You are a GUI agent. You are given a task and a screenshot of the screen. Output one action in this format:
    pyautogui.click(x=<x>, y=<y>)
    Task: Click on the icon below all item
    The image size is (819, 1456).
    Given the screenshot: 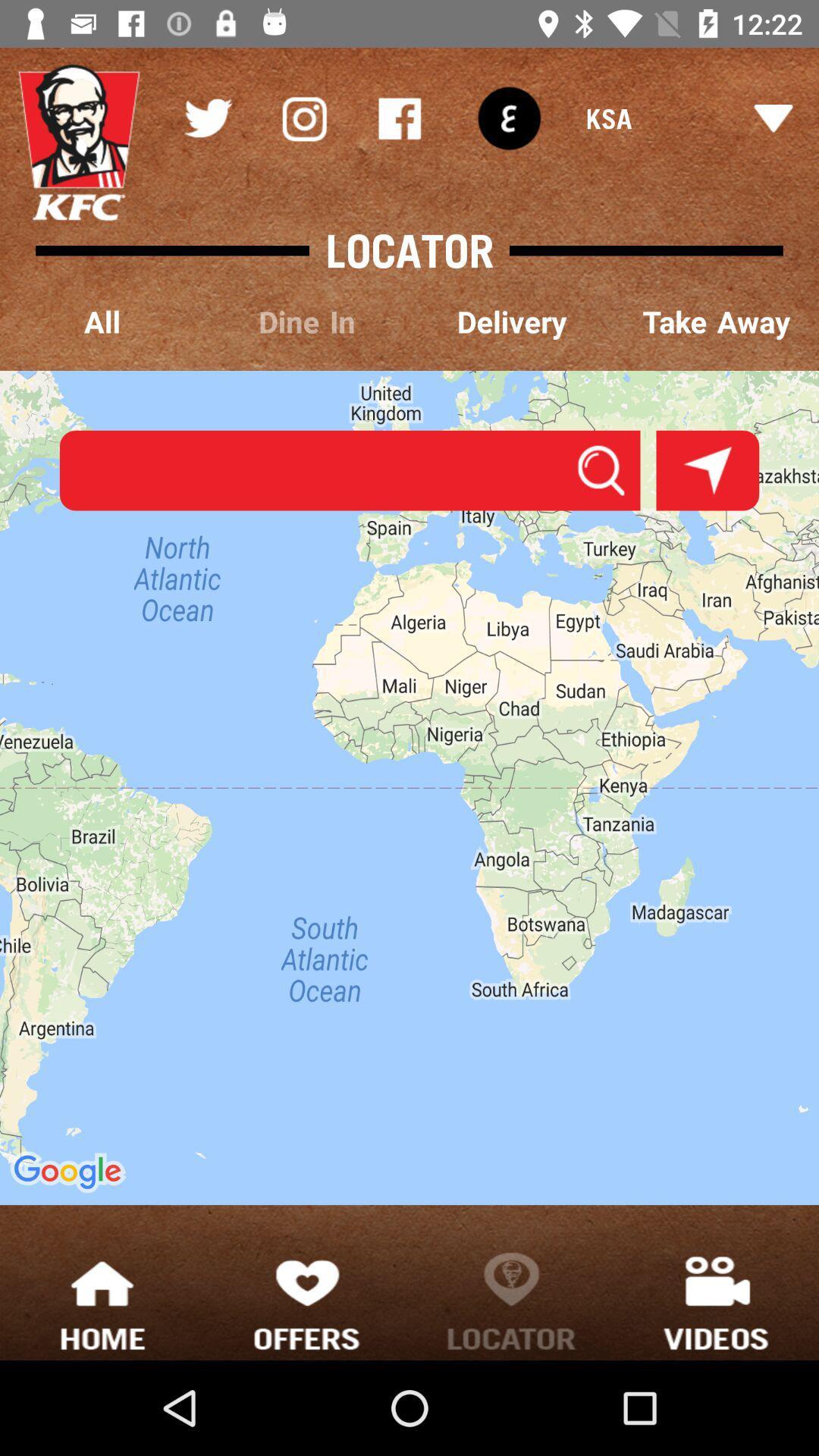 What is the action you would take?
    pyautogui.click(x=409, y=788)
    